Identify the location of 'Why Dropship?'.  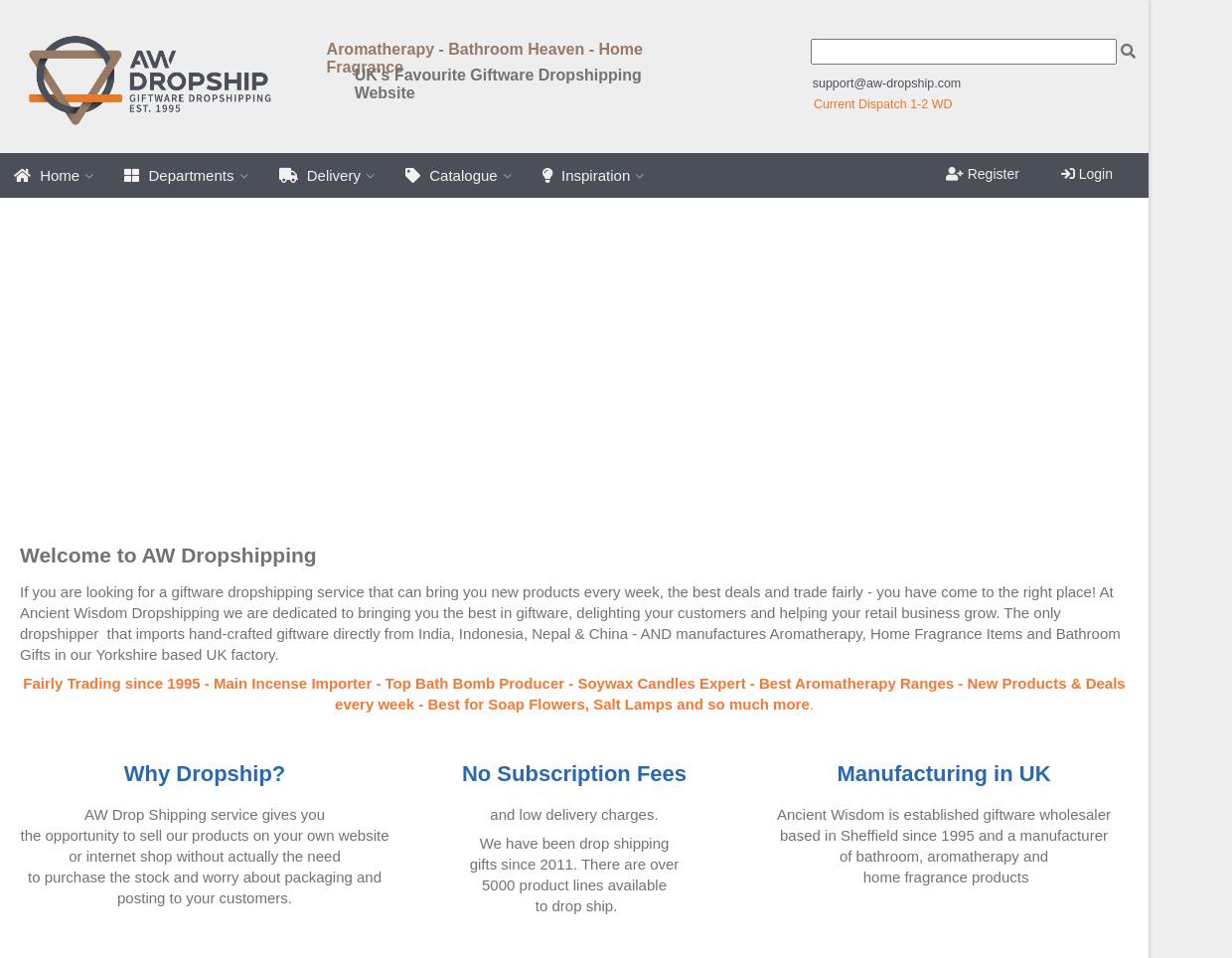
(203, 773).